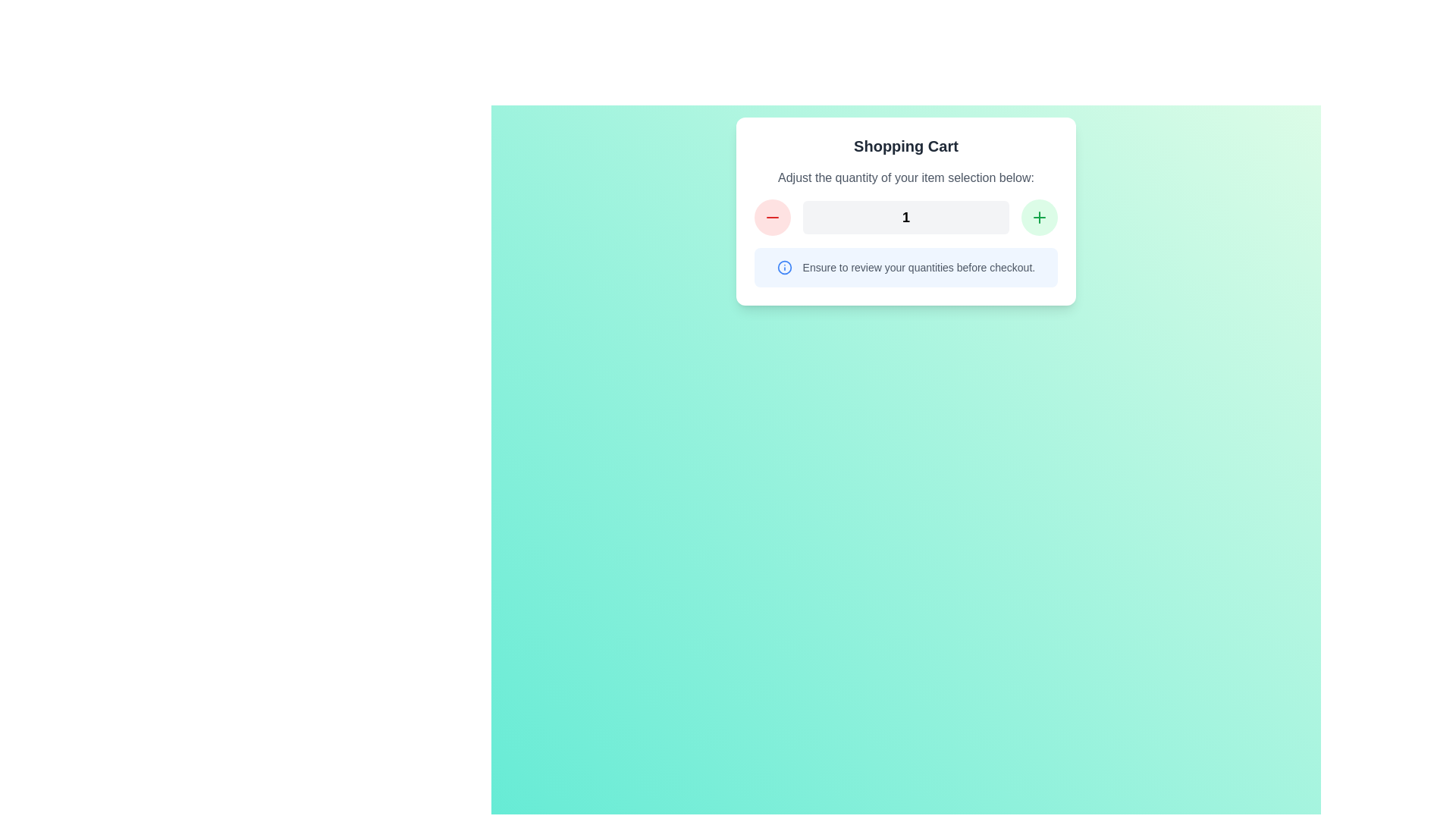 This screenshot has width=1456, height=819. What do you see at coordinates (918, 267) in the screenshot?
I see `informational message located in the blue notification bar at the center of the interface, guiding users to review their item quantities before proceeding to checkout` at bounding box center [918, 267].